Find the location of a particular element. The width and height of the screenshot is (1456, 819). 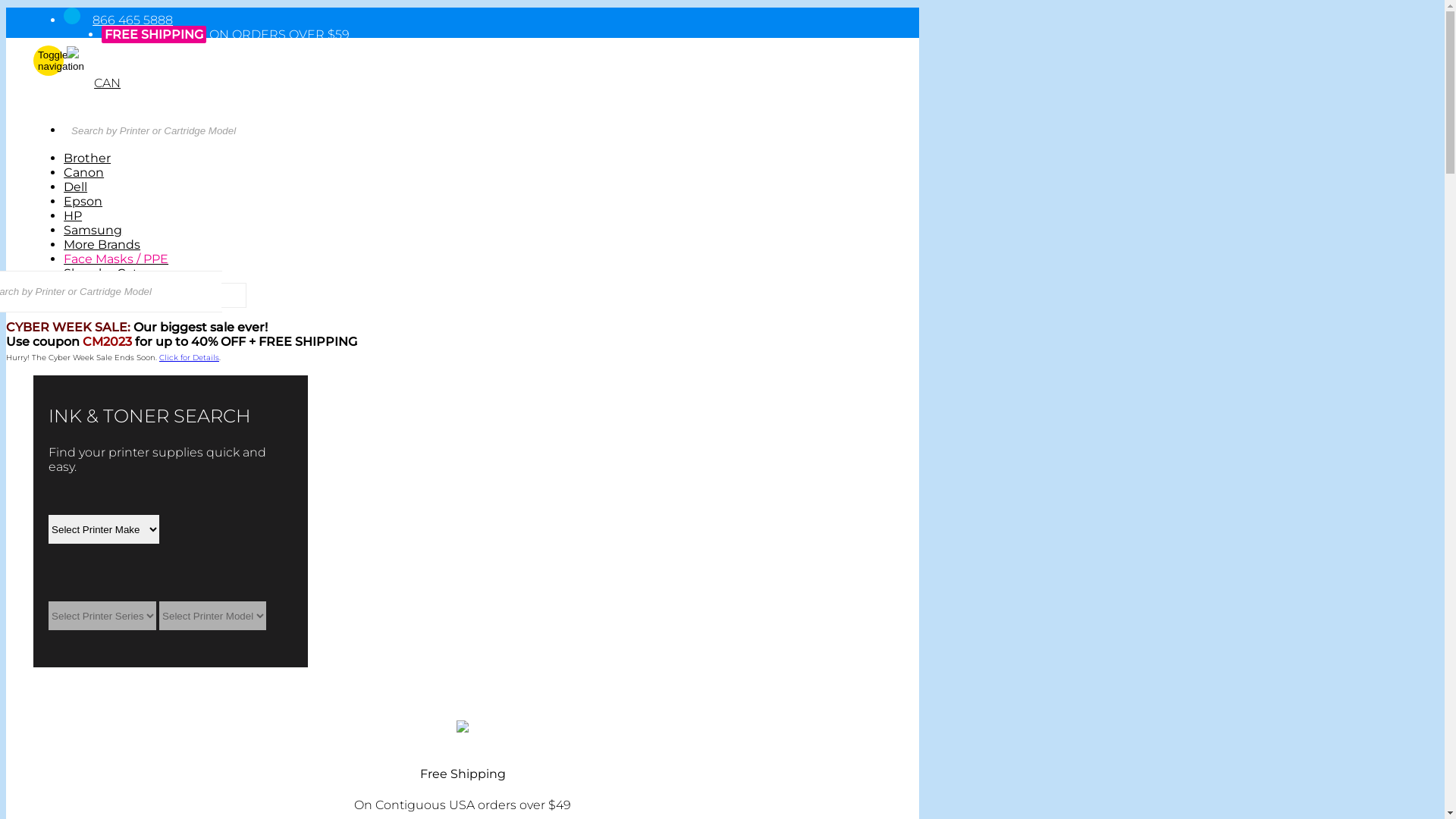

'Shop by Category' is located at coordinates (117, 273).